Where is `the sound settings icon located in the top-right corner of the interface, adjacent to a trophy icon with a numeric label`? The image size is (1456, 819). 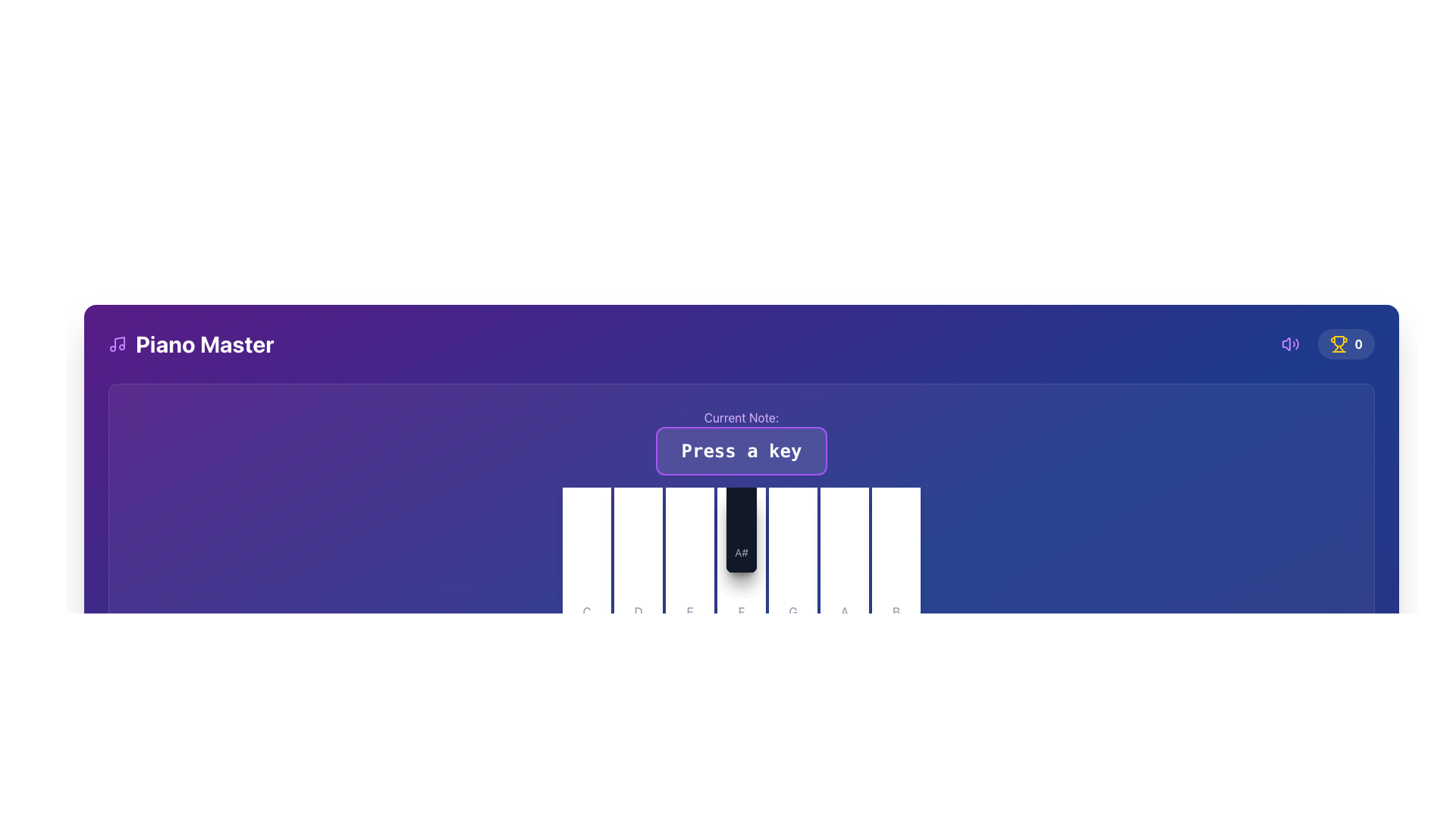
the sound settings icon located in the top-right corner of the interface, adjacent to a trophy icon with a numeric label is located at coordinates (1290, 344).